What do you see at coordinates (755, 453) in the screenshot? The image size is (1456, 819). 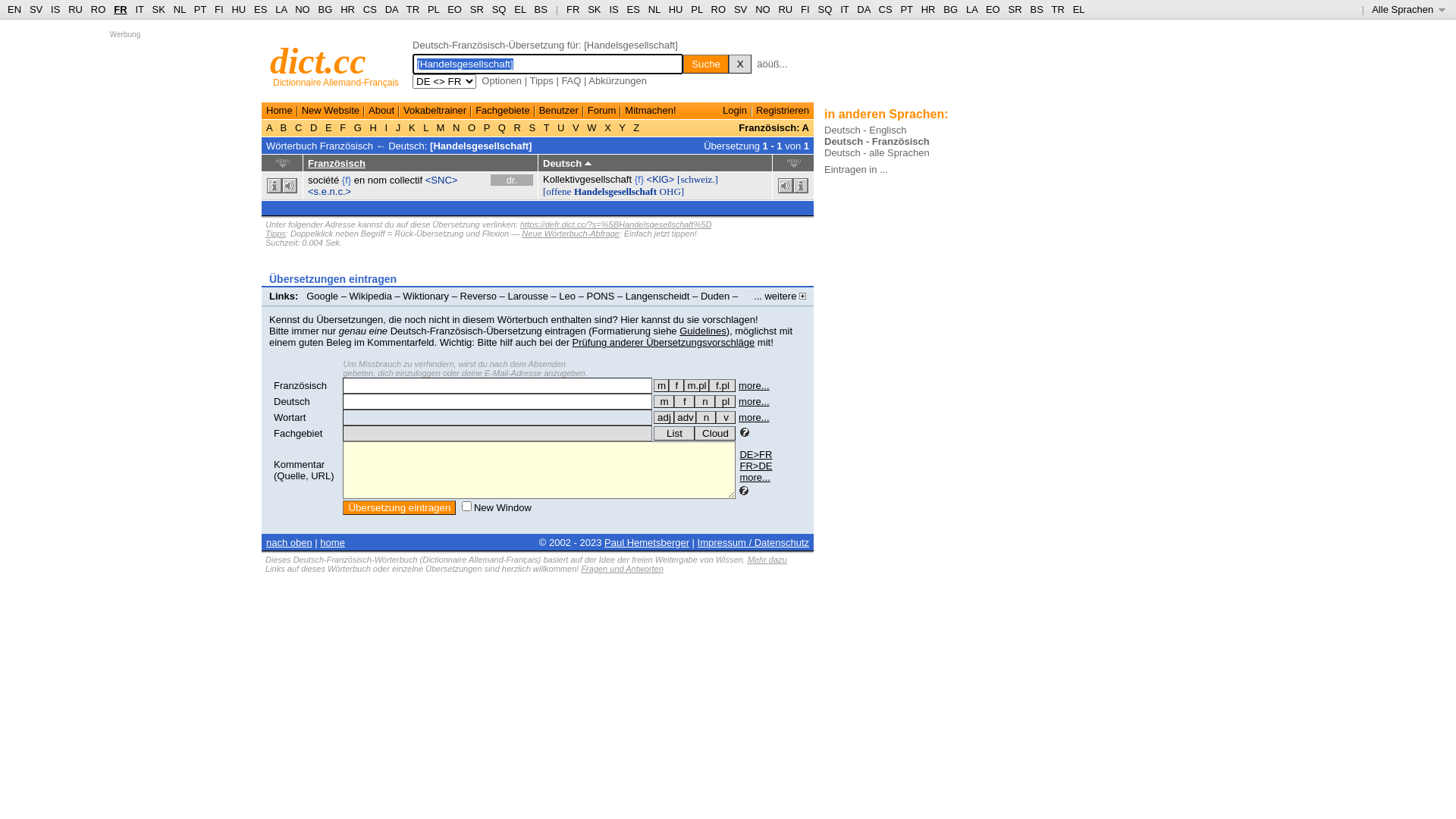 I see `'DE>FR'` at bounding box center [755, 453].